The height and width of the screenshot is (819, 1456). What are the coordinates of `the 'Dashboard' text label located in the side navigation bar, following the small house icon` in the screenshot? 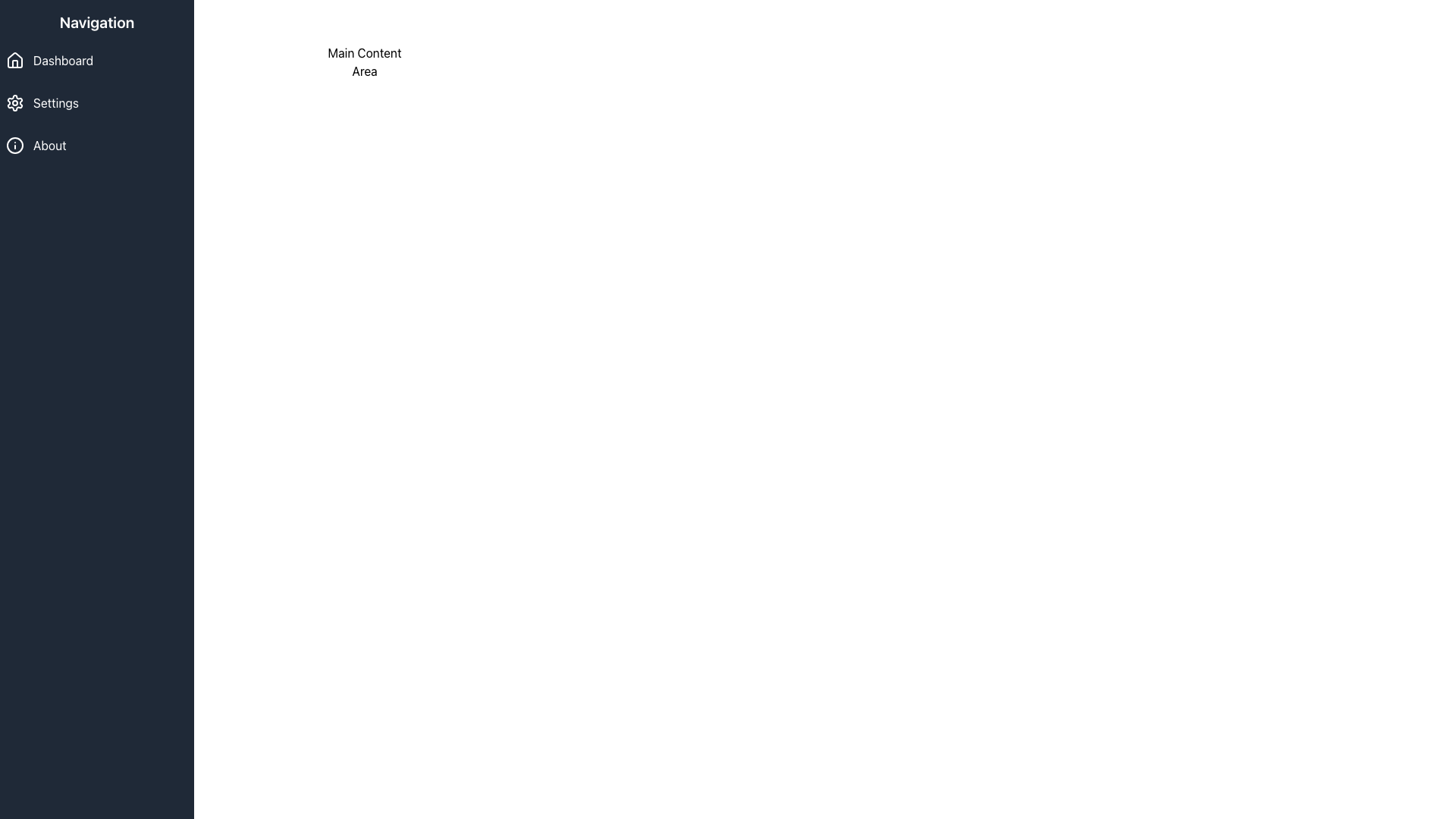 It's located at (62, 60).